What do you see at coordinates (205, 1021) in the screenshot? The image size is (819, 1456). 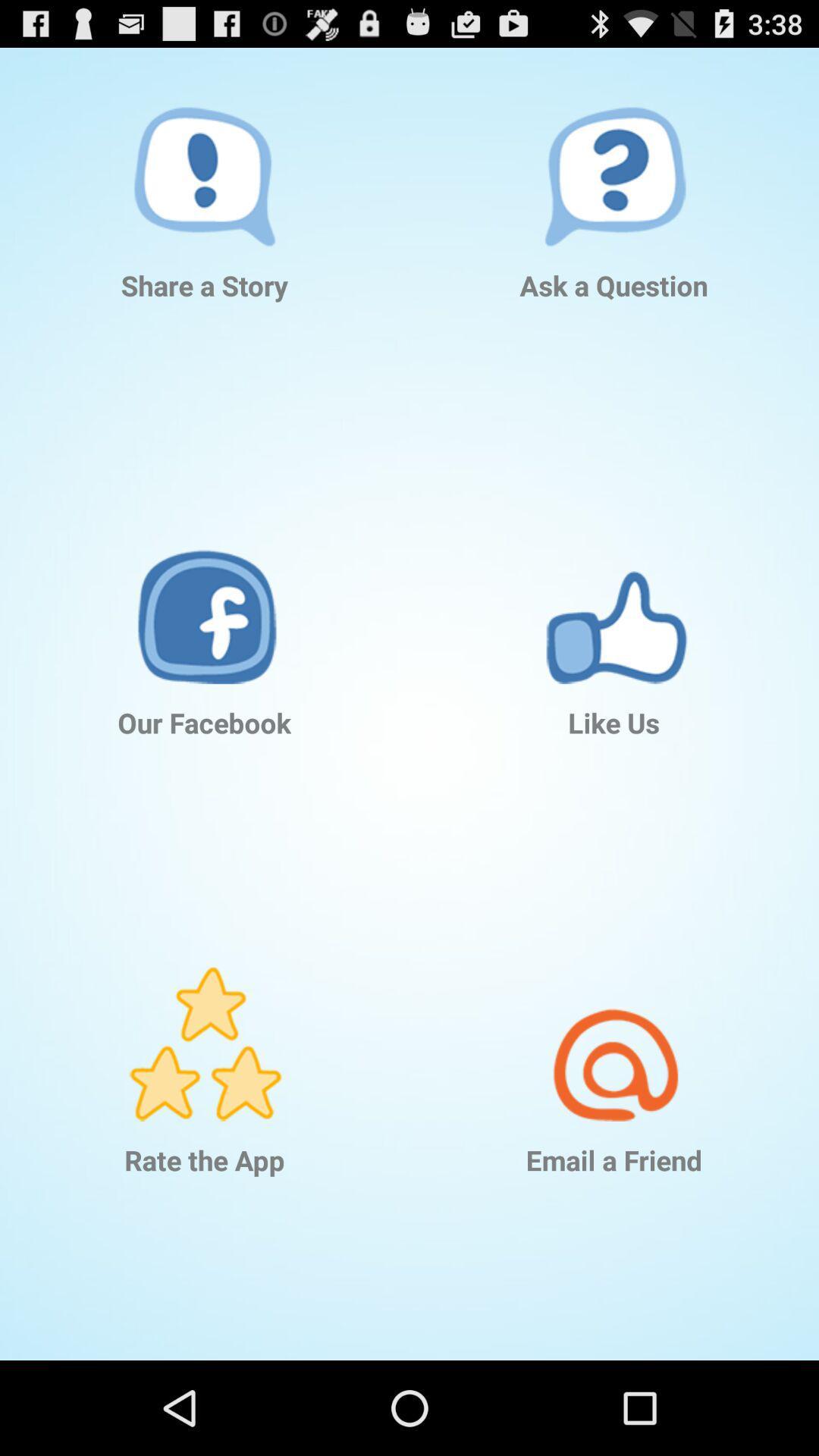 I see `item below our facebook item` at bounding box center [205, 1021].